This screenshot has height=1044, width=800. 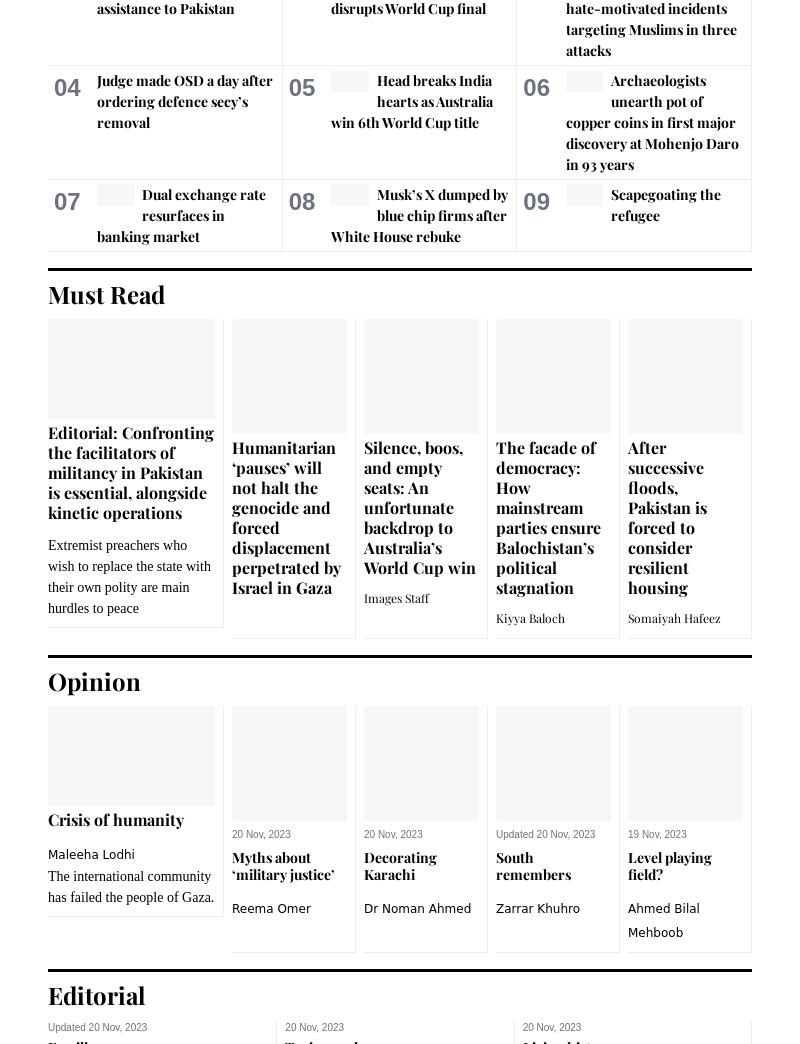 I want to click on 'After successive floods, Pakistan is forced to consider resilient housing', so click(x=667, y=516).